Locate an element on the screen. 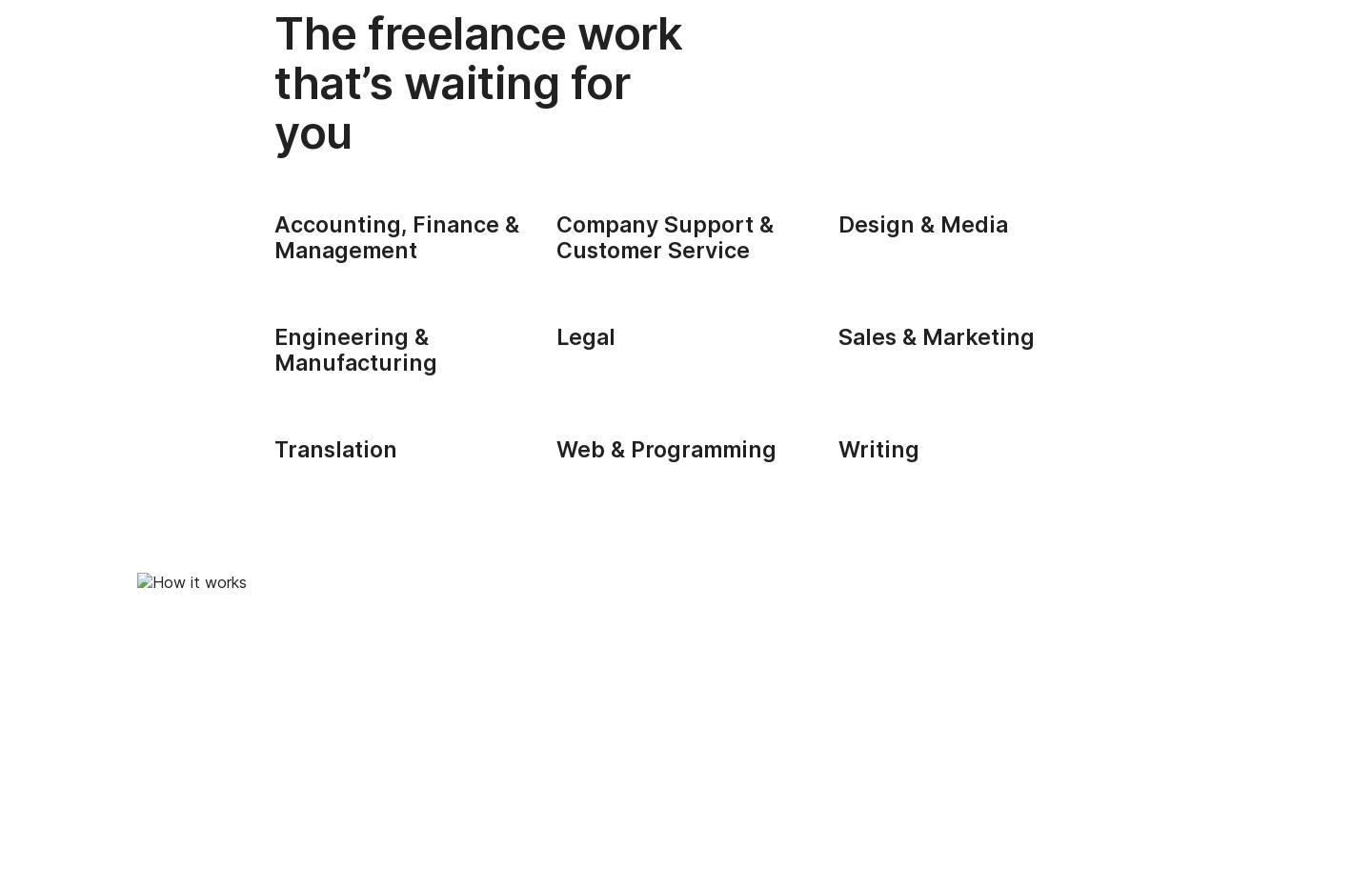 Image resolution: width=1372 pixels, height=871 pixels. 'Sales & Marketing' is located at coordinates (837, 334).